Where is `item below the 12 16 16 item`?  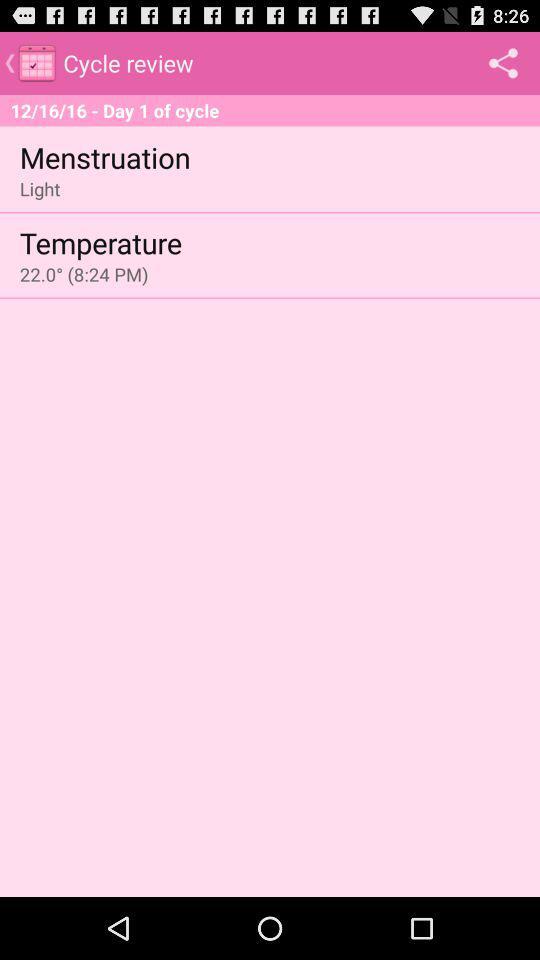 item below the 12 16 16 item is located at coordinates (105, 155).